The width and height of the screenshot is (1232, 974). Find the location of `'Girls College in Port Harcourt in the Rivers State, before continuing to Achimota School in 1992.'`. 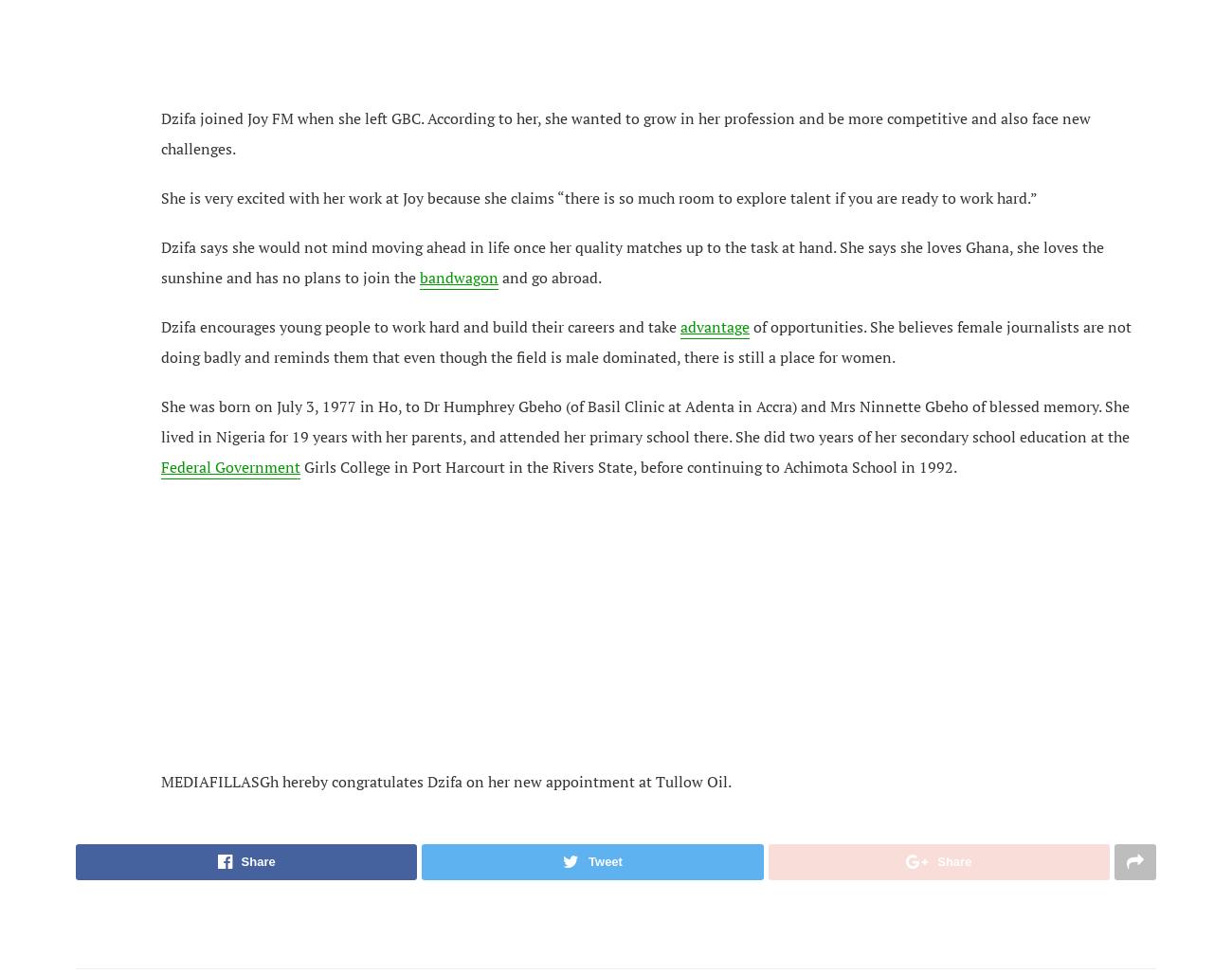

'Girls College in Port Harcourt in the Rivers State, before continuing to Achimota School in 1992.' is located at coordinates (299, 465).